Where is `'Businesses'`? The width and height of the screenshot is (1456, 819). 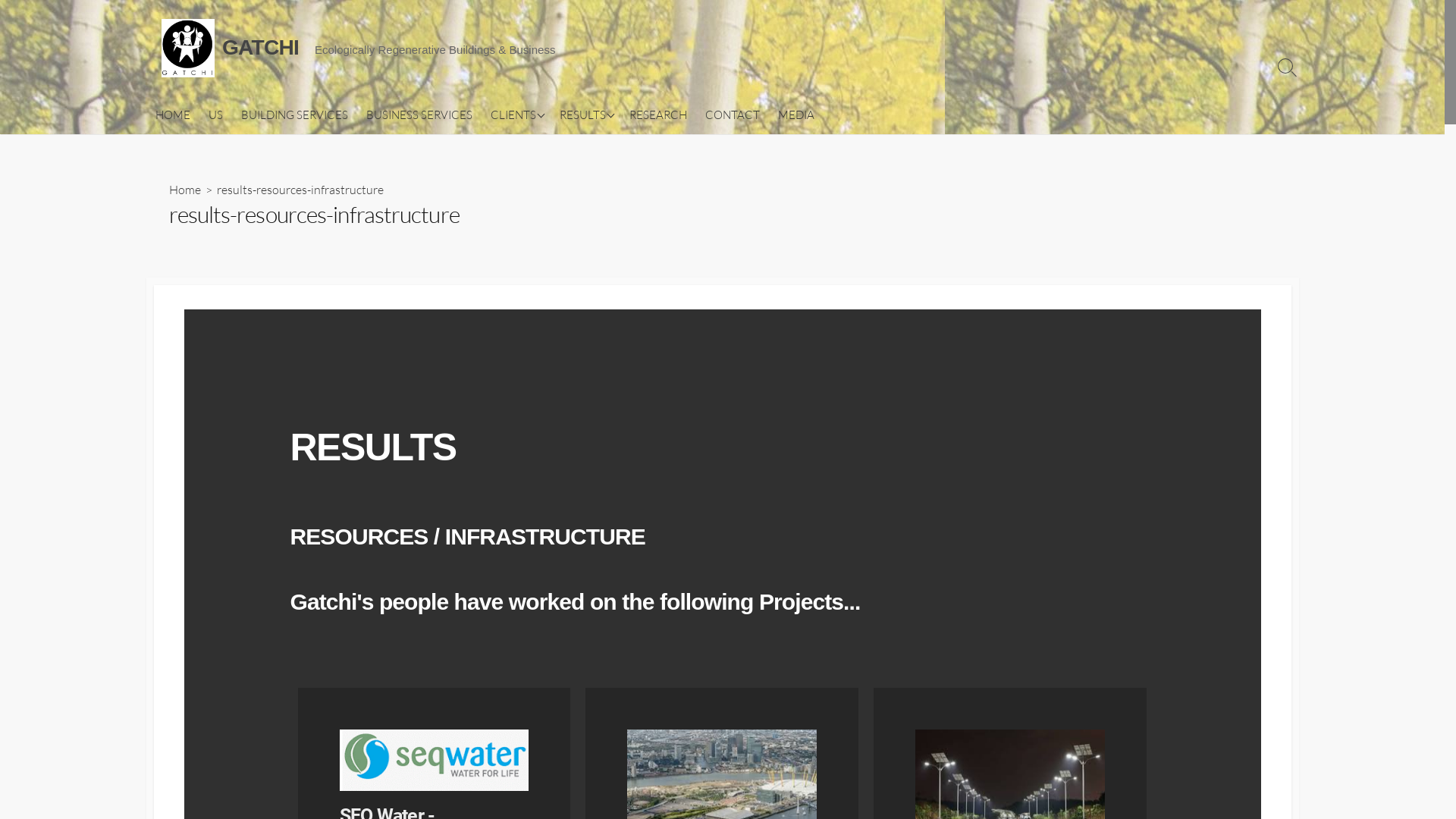
'Businesses' is located at coordinates (626, 248).